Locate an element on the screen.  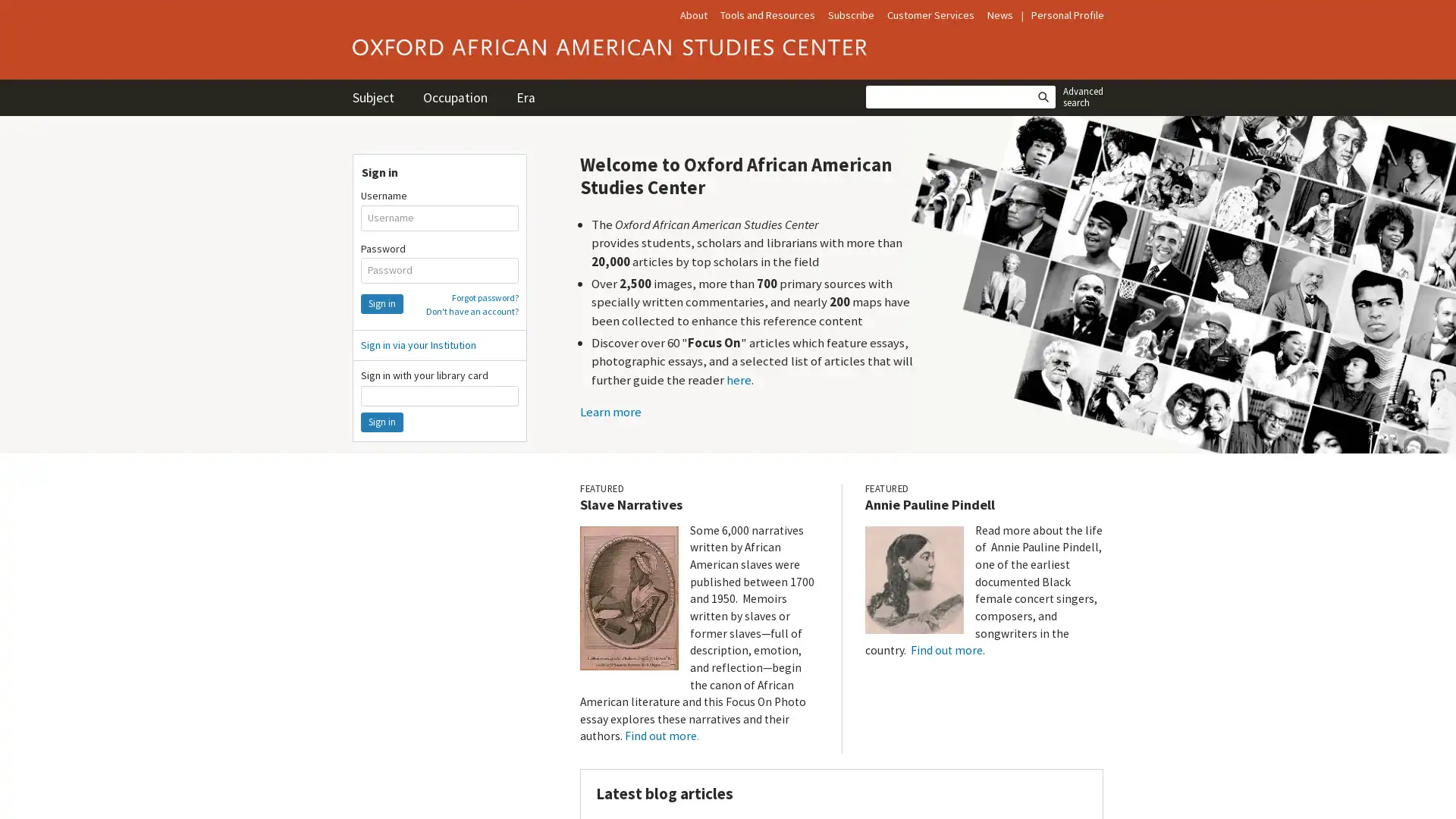
Era is located at coordinates (525, 97).